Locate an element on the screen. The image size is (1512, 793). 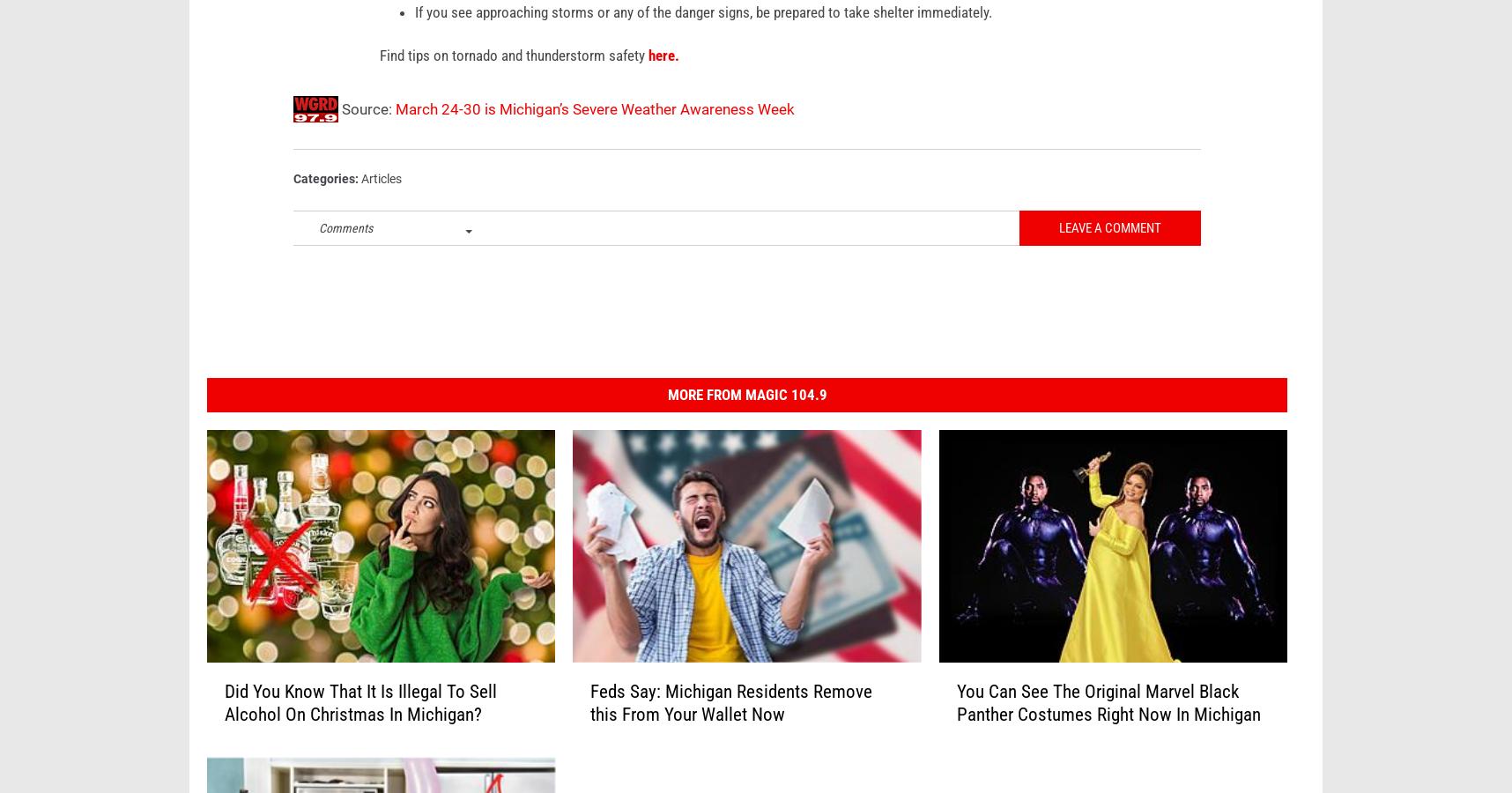
':' is located at coordinates (358, 205).